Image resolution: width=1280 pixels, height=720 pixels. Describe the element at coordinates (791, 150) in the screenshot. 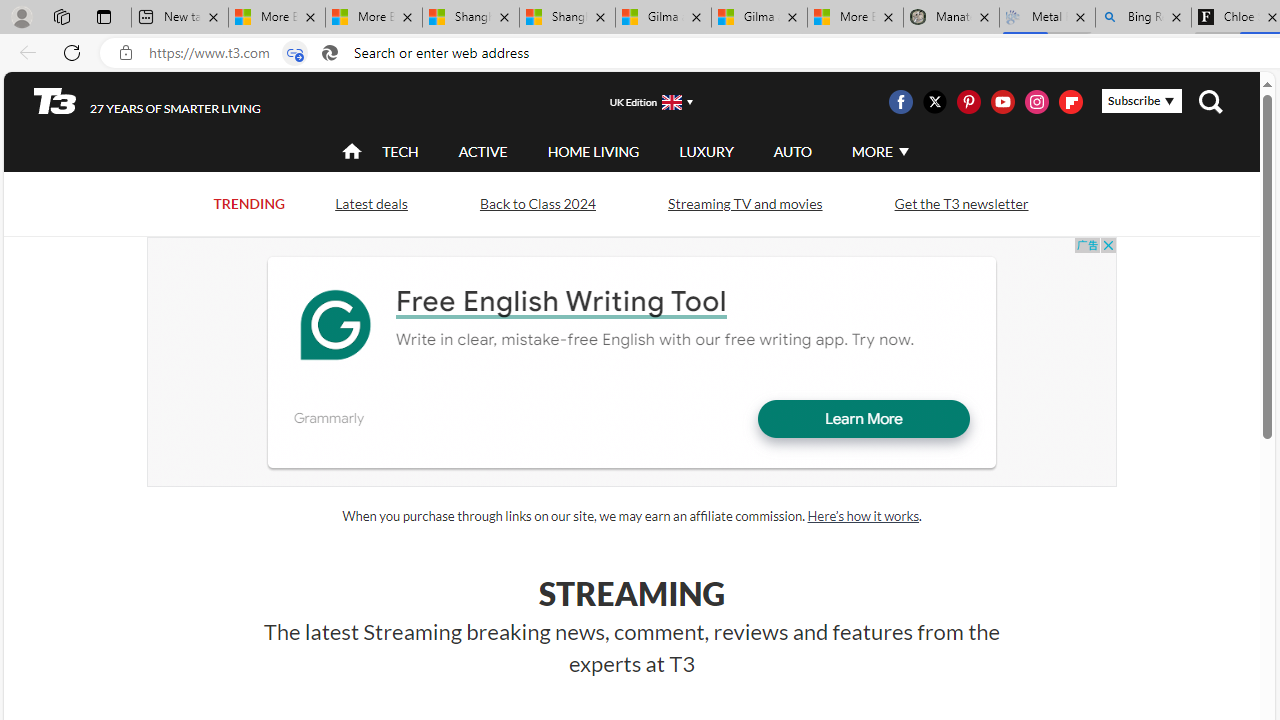

I see `'AUTO'` at that location.